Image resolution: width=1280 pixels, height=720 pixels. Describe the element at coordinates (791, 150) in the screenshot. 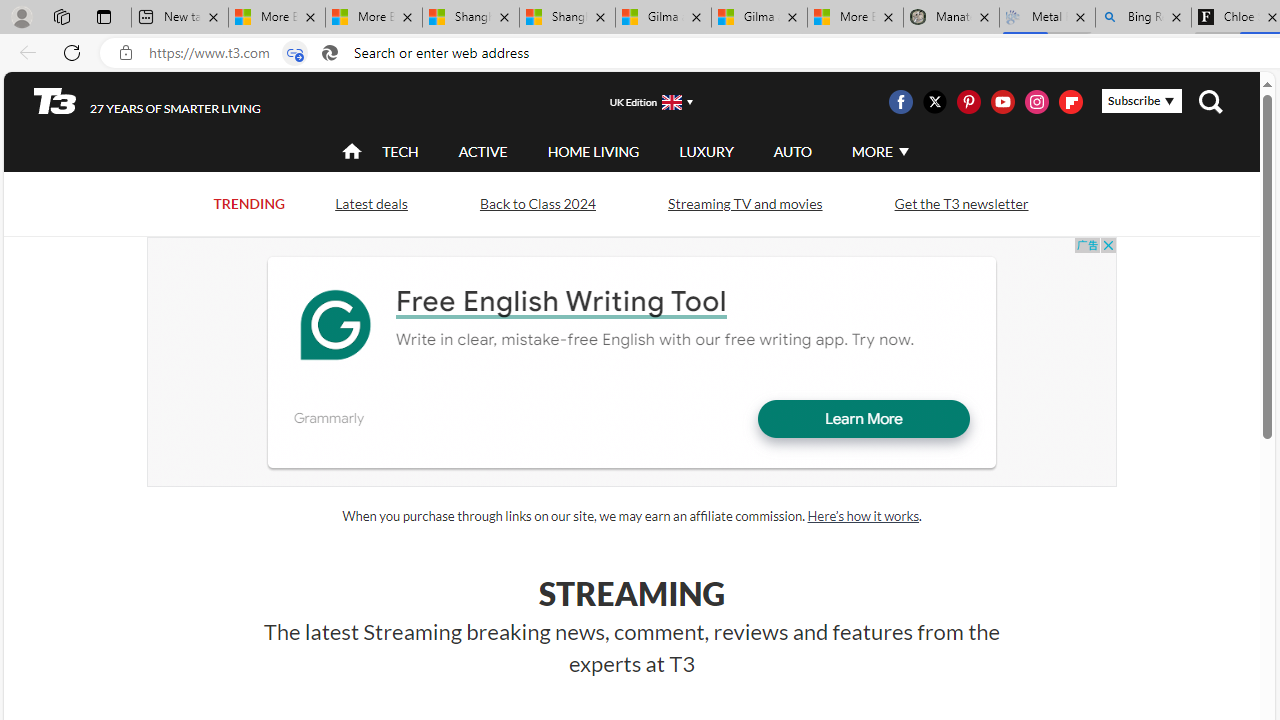

I see `'AUTO'` at that location.